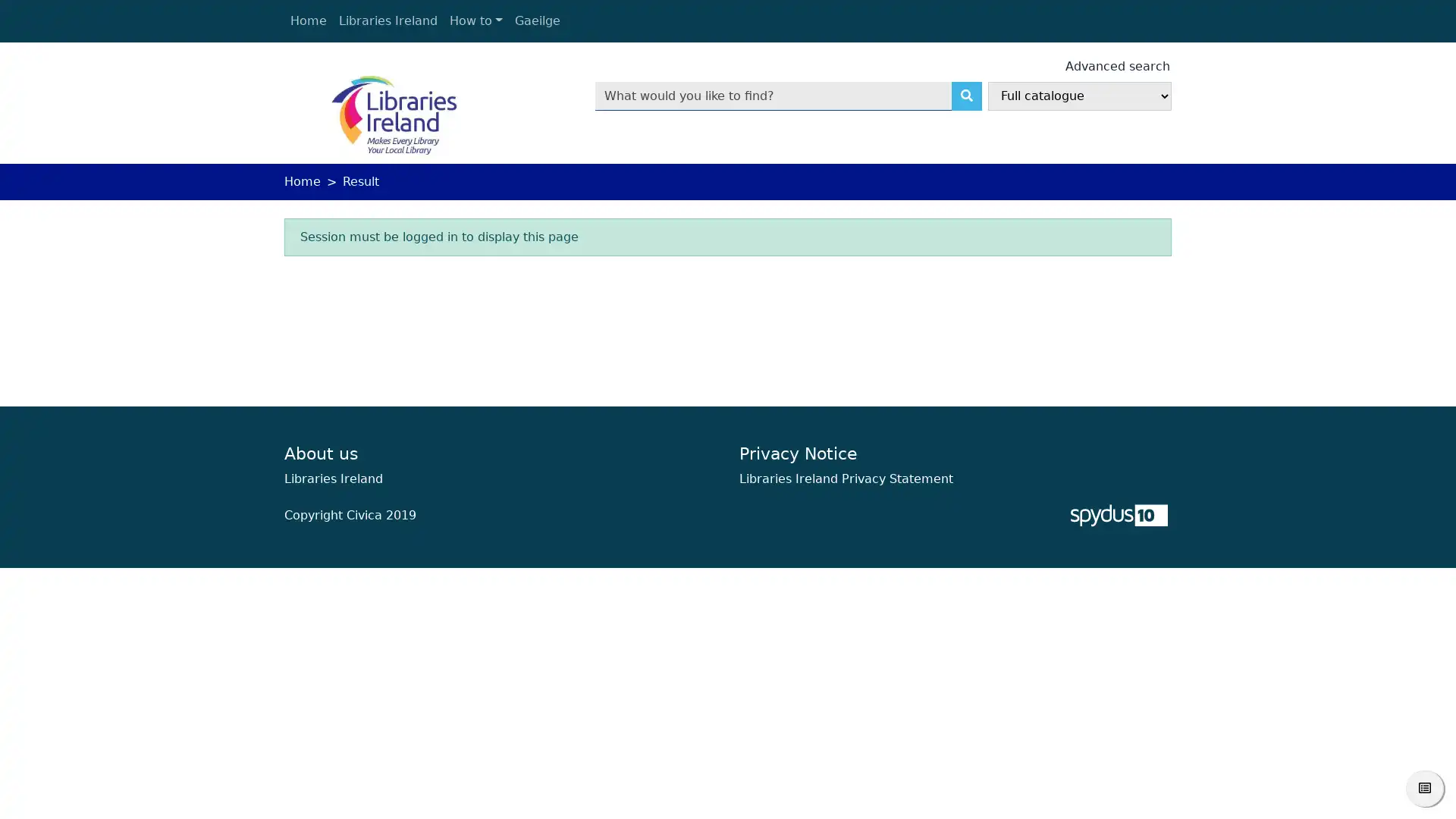 The height and width of the screenshot is (819, 1456). What do you see at coordinates (966, 96) in the screenshot?
I see `Search` at bounding box center [966, 96].